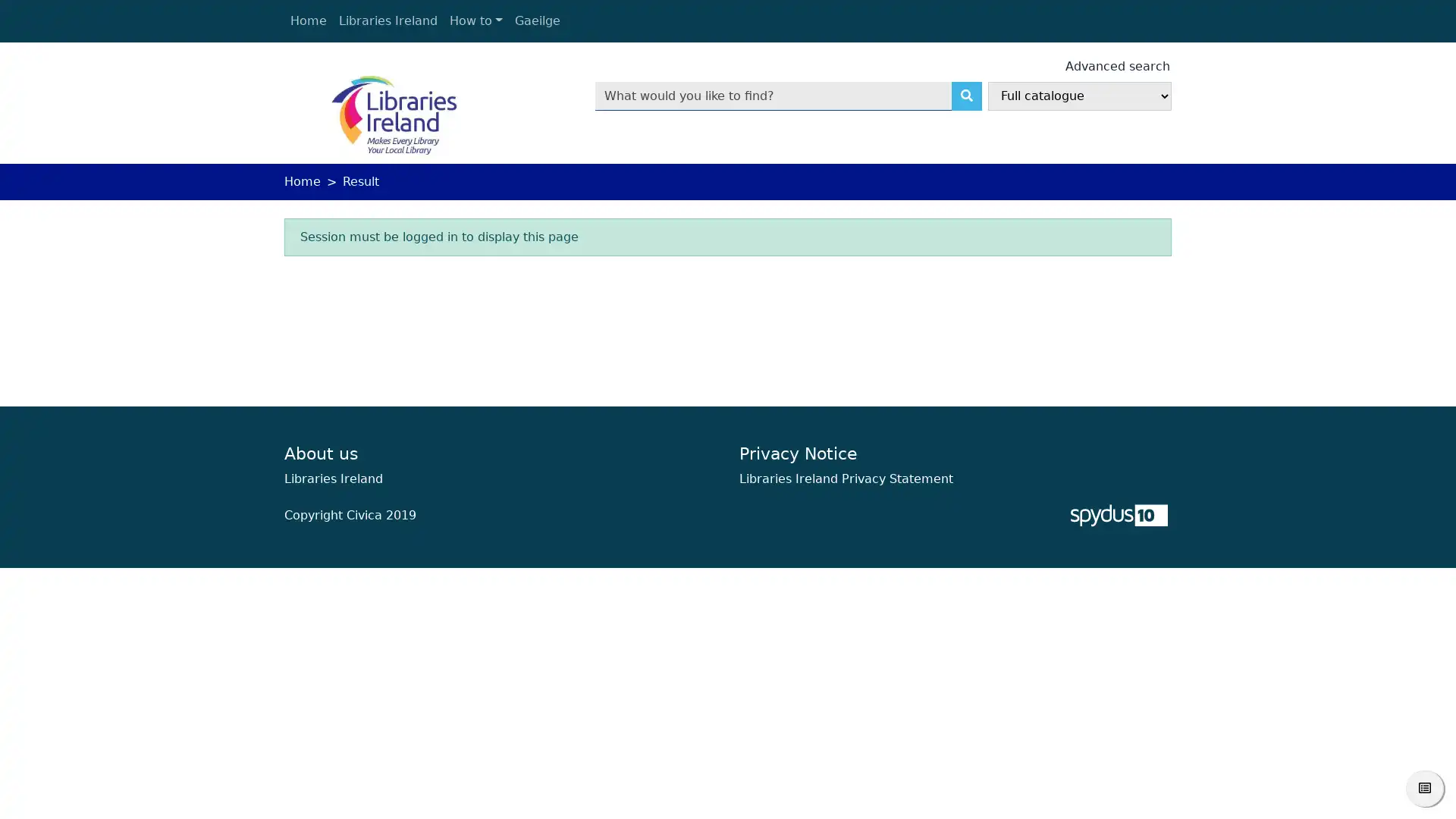 The height and width of the screenshot is (819, 1456). What do you see at coordinates (966, 96) in the screenshot?
I see `Search` at bounding box center [966, 96].